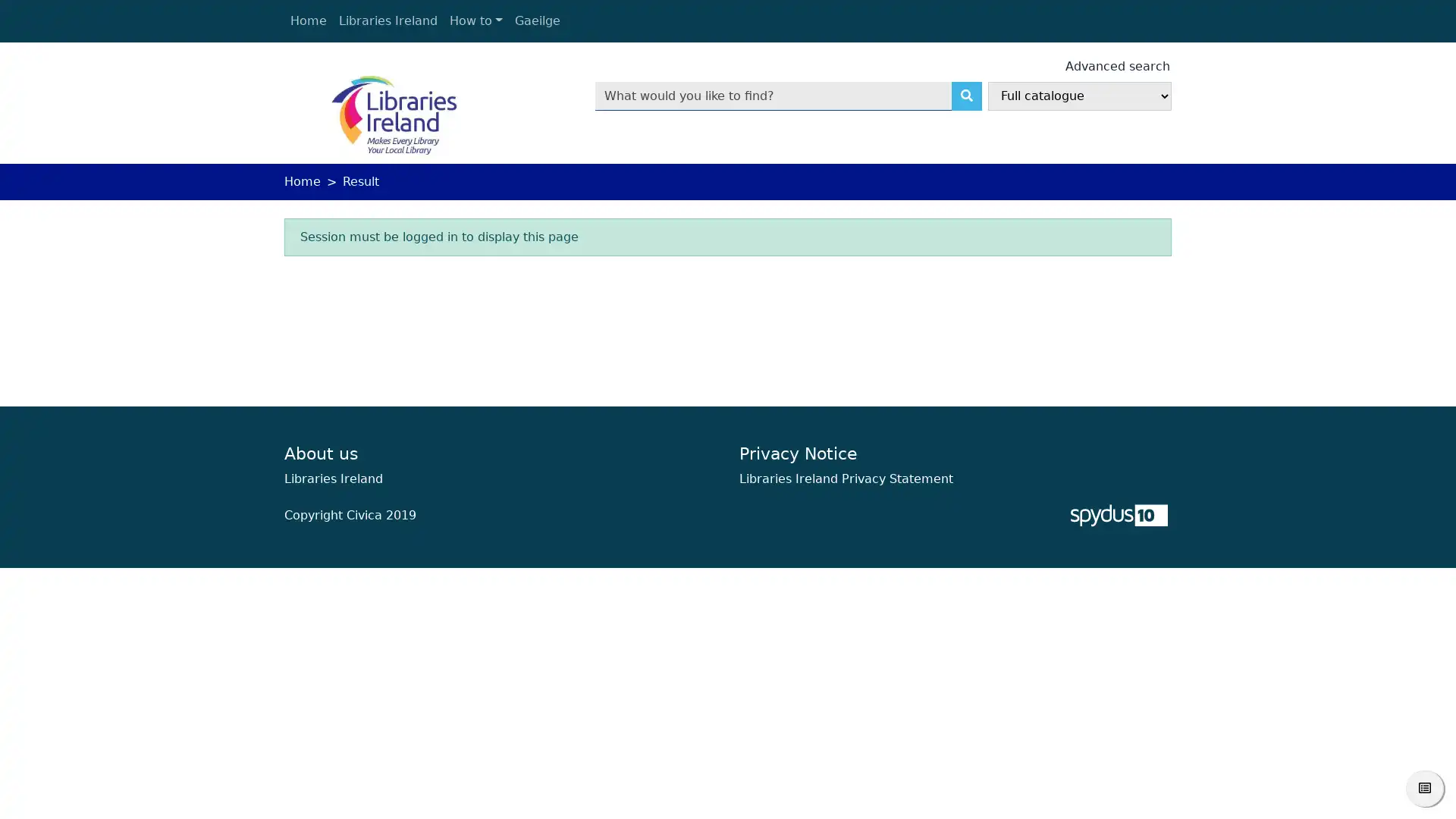 The height and width of the screenshot is (819, 1456). What do you see at coordinates (966, 96) in the screenshot?
I see `Search` at bounding box center [966, 96].